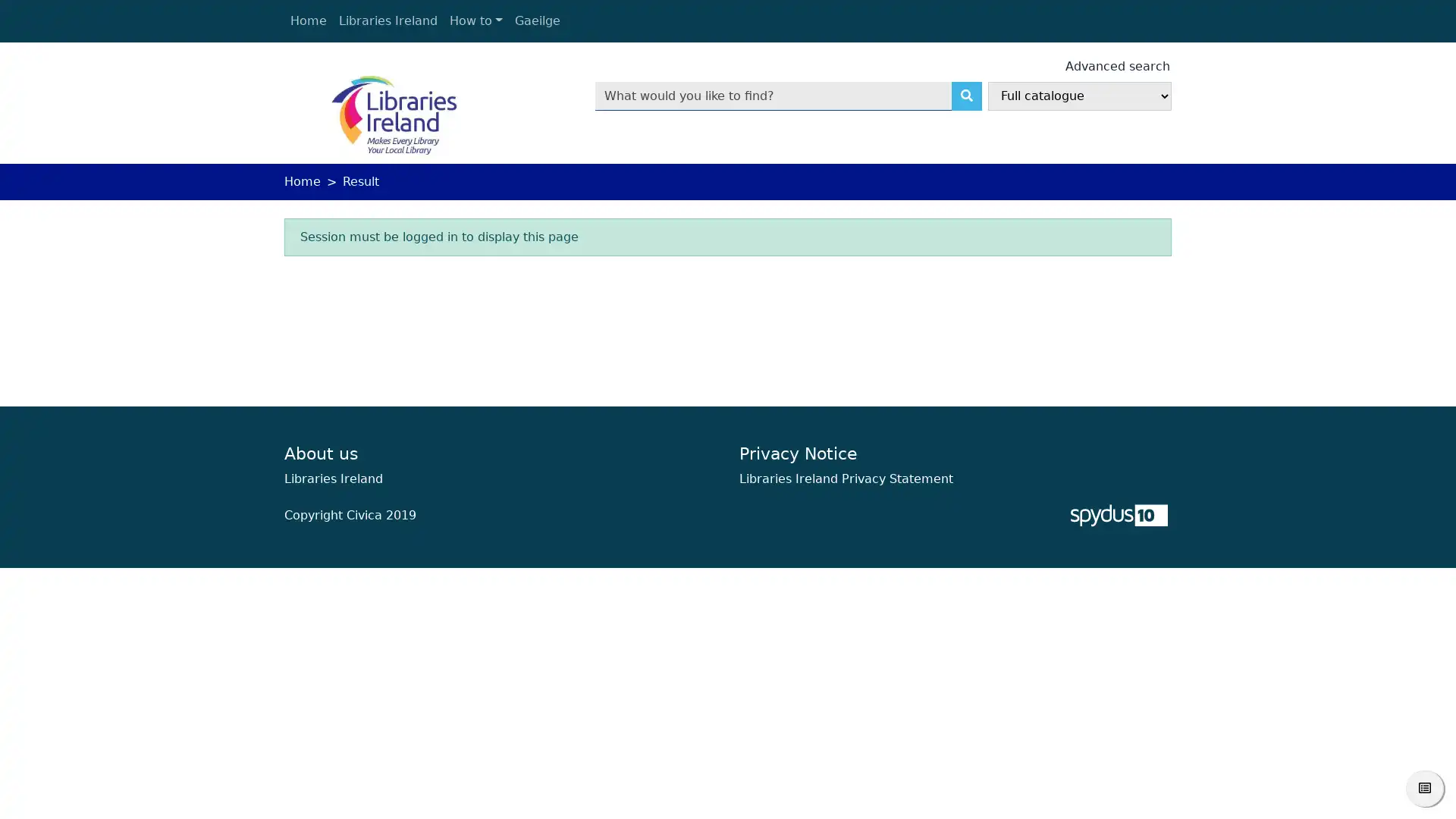 The height and width of the screenshot is (819, 1456). What do you see at coordinates (966, 96) in the screenshot?
I see `Search` at bounding box center [966, 96].